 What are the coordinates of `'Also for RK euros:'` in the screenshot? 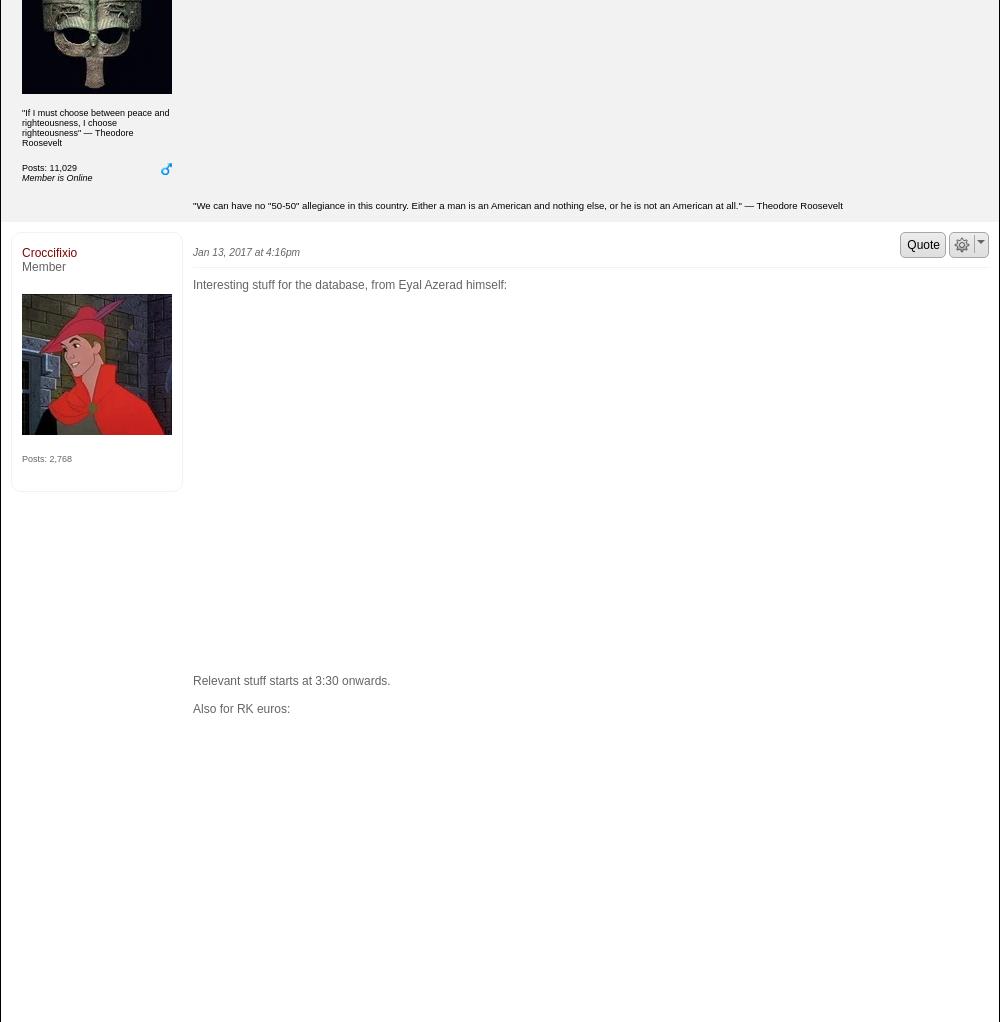 It's located at (192, 708).